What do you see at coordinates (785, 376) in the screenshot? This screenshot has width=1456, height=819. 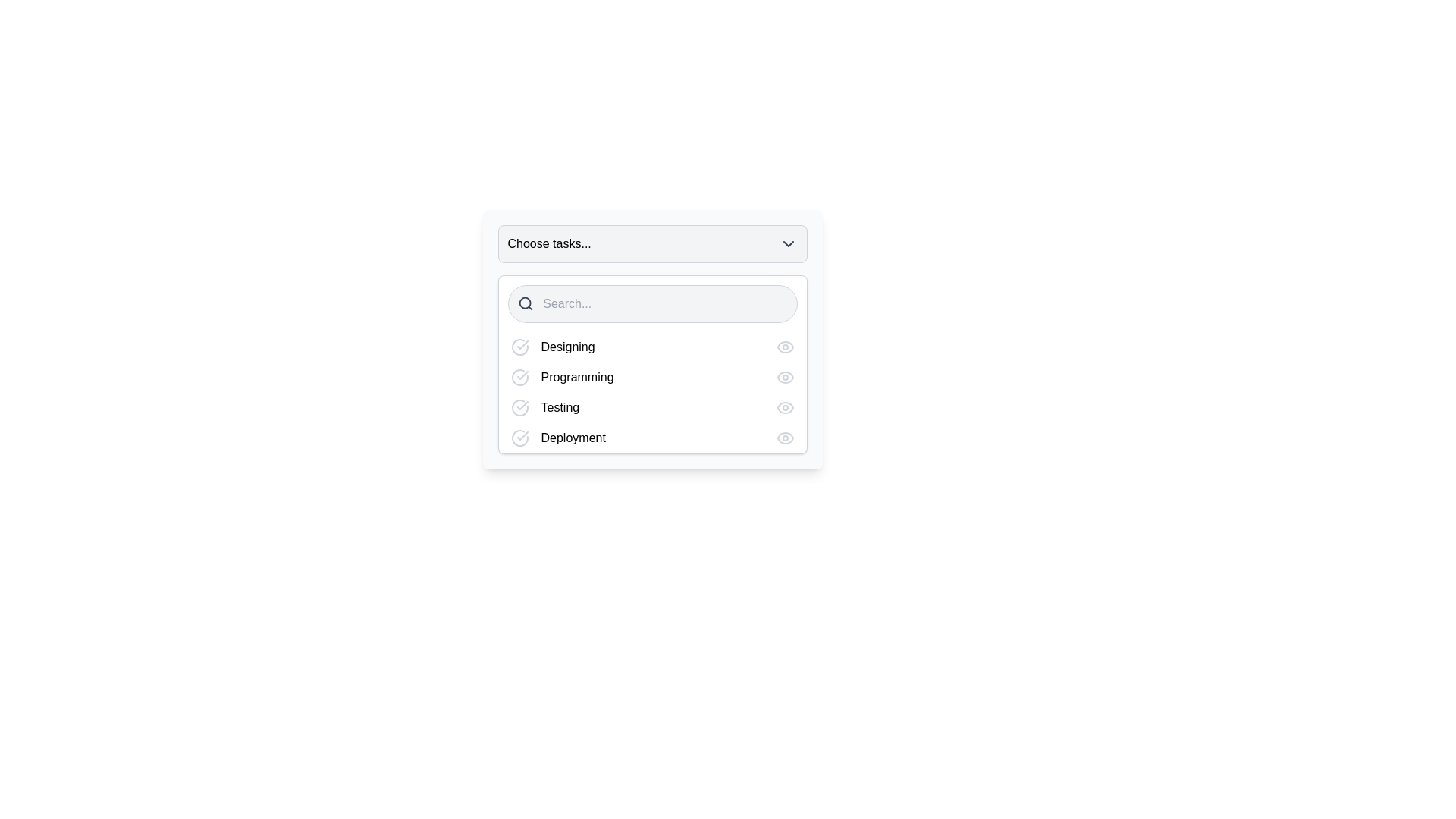 I see `the preview icon button located at the far-right of the 'Programming' entry` at bounding box center [785, 376].